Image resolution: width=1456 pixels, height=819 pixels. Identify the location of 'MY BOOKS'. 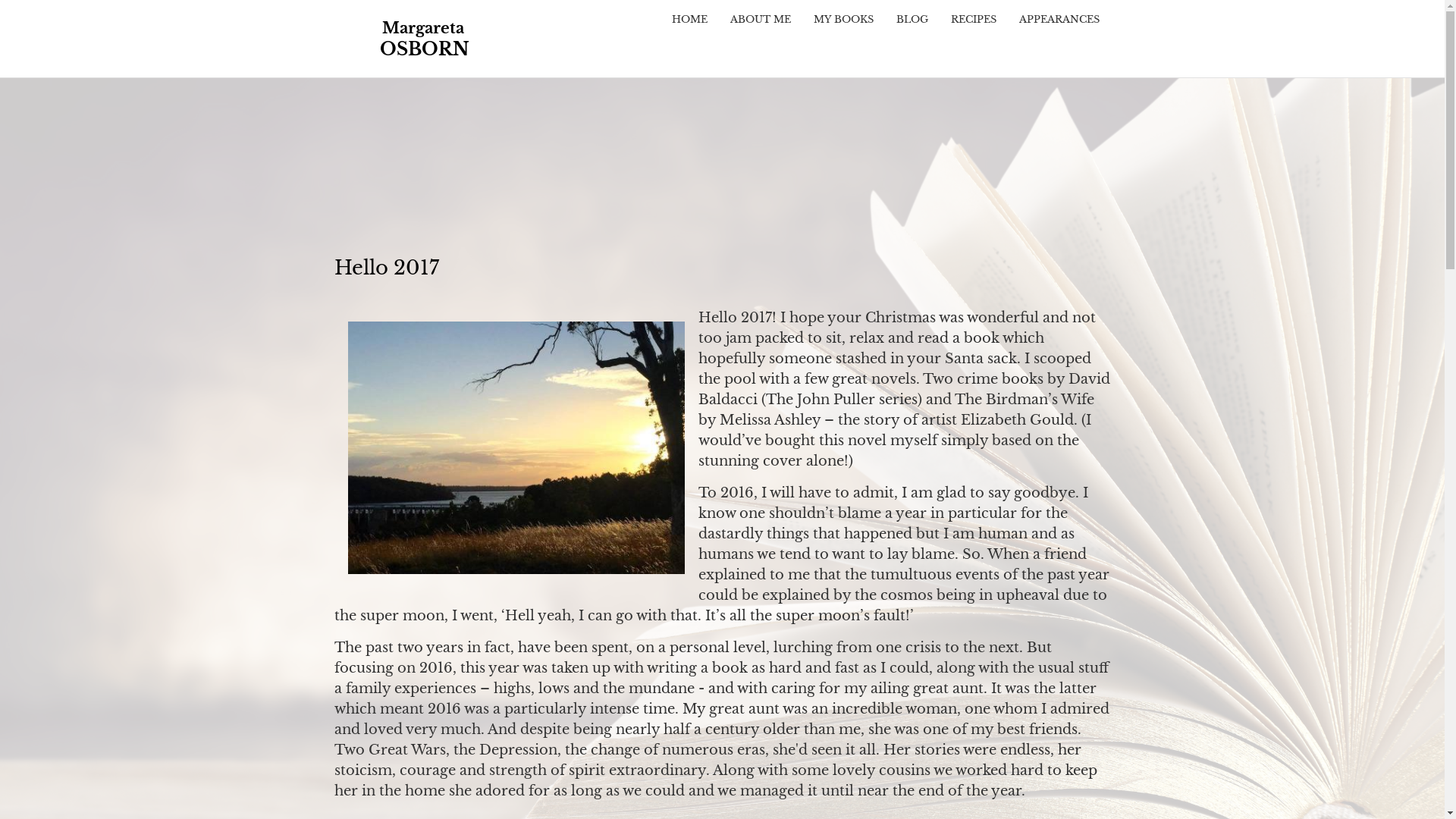
(843, 19).